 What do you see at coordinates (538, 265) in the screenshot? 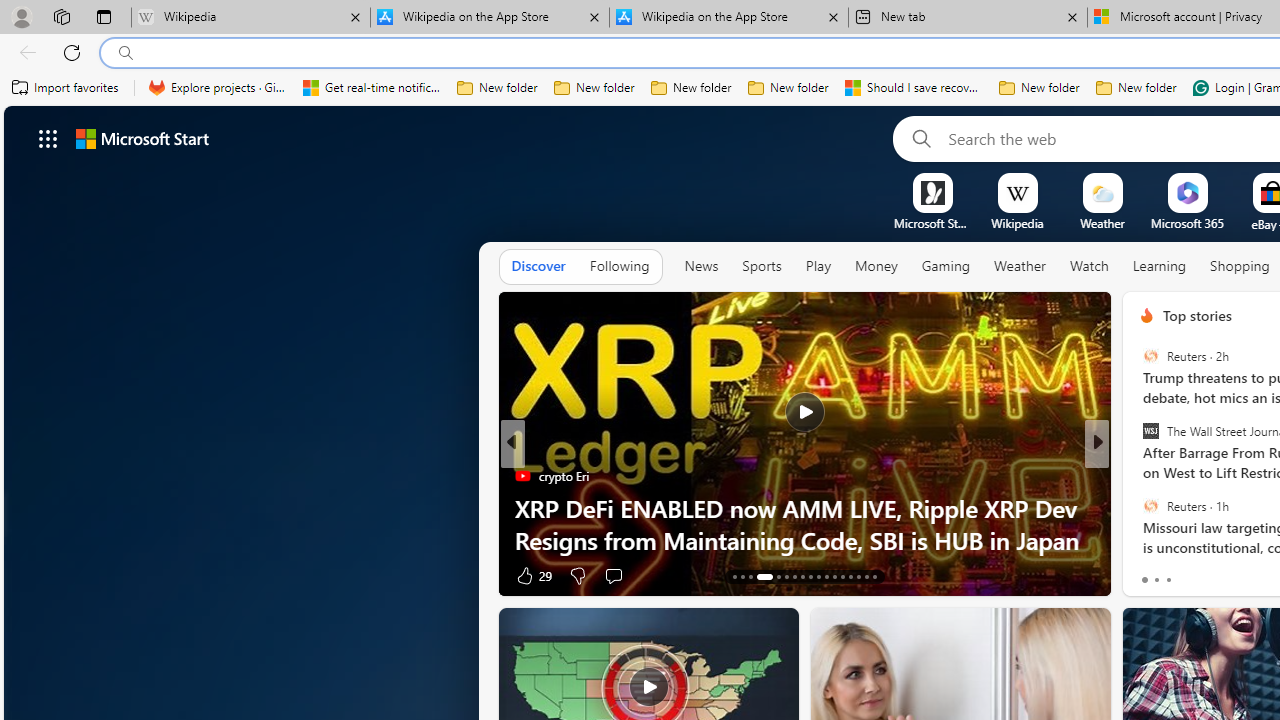
I see `'Discover'` at bounding box center [538, 265].